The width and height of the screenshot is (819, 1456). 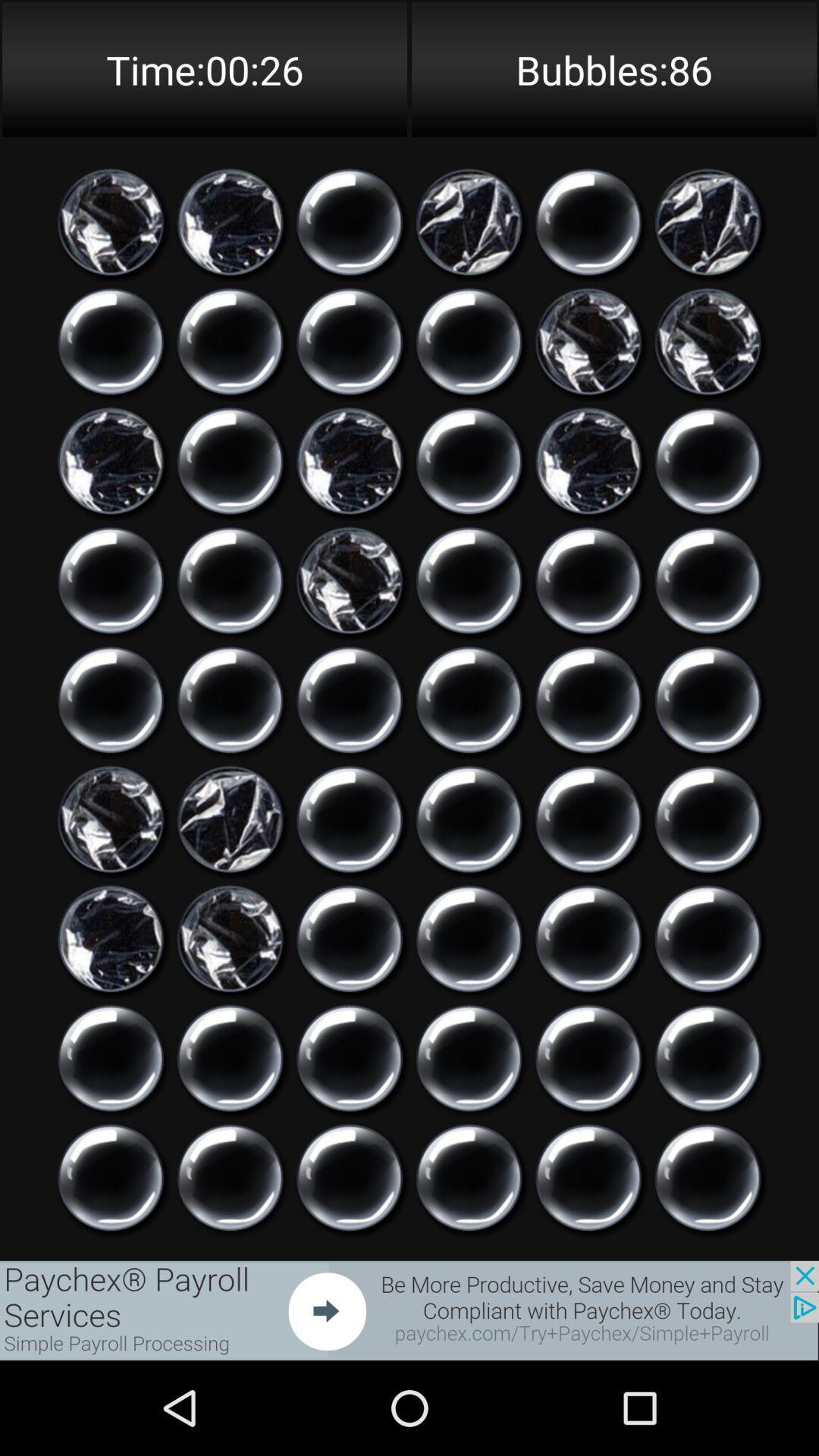 I want to click on pop a bubble, so click(x=708, y=1177).